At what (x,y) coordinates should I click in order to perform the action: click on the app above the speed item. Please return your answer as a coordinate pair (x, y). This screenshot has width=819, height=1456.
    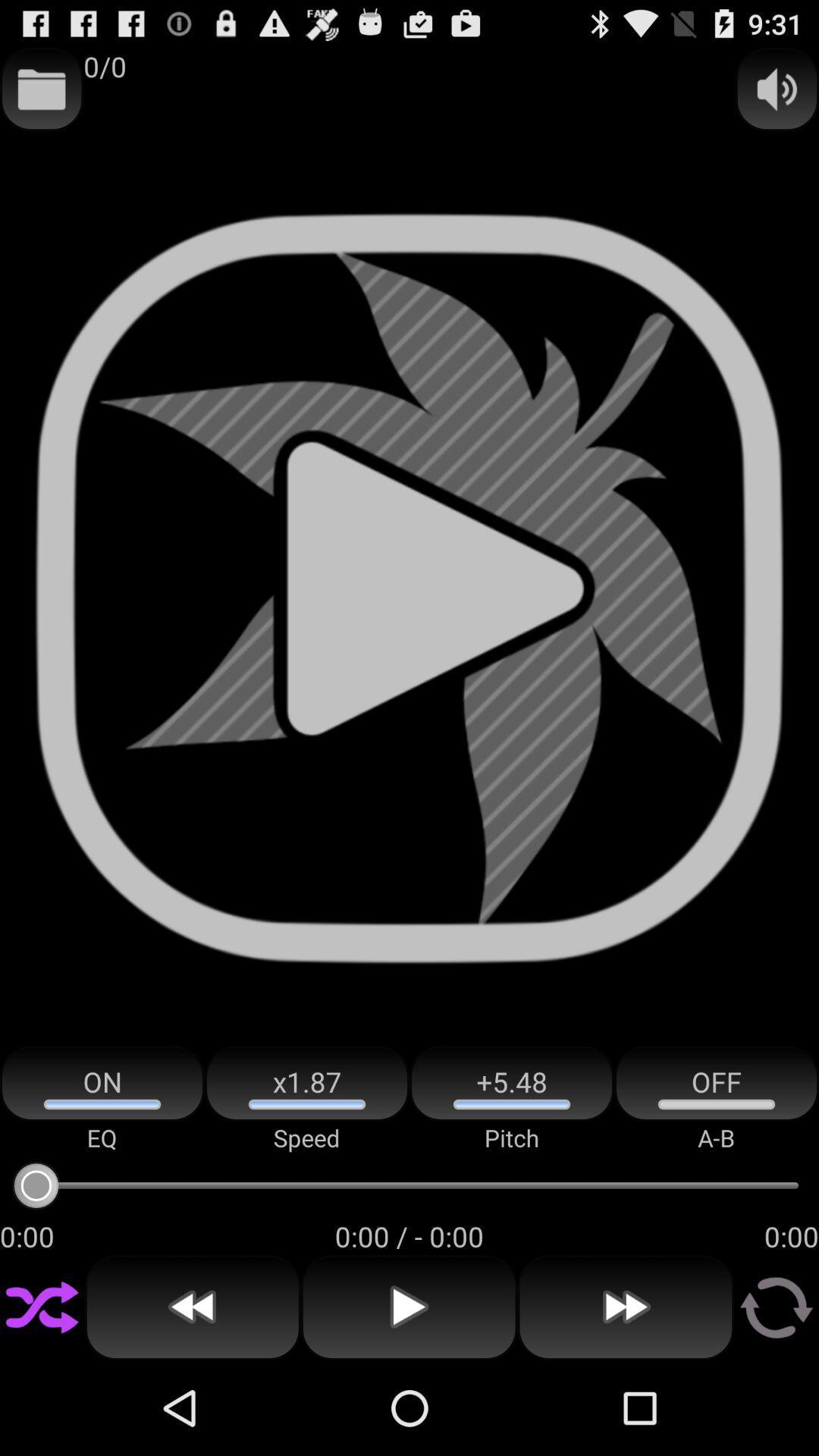
    Looking at the image, I should click on (307, 1083).